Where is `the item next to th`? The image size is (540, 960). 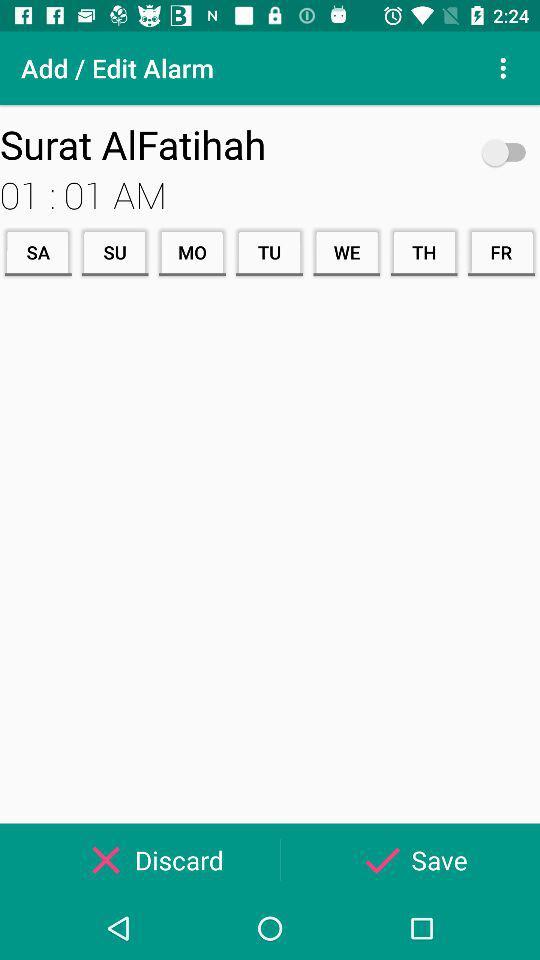 the item next to th is located at coordinates (500, 251).